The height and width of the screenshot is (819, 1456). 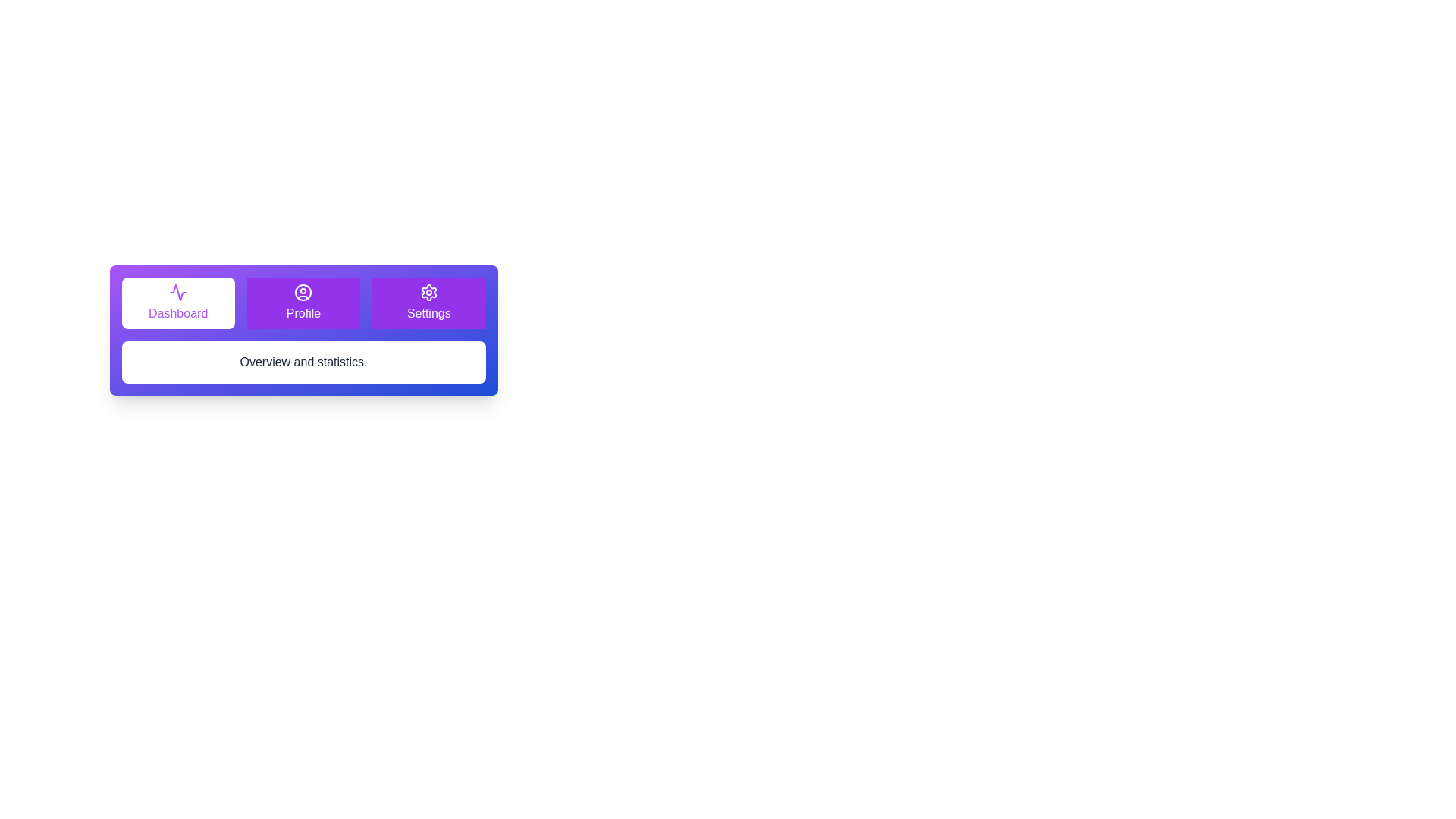 I want to click on the icon for the Dashboard tab to activate it, so click(x=178, y=292).